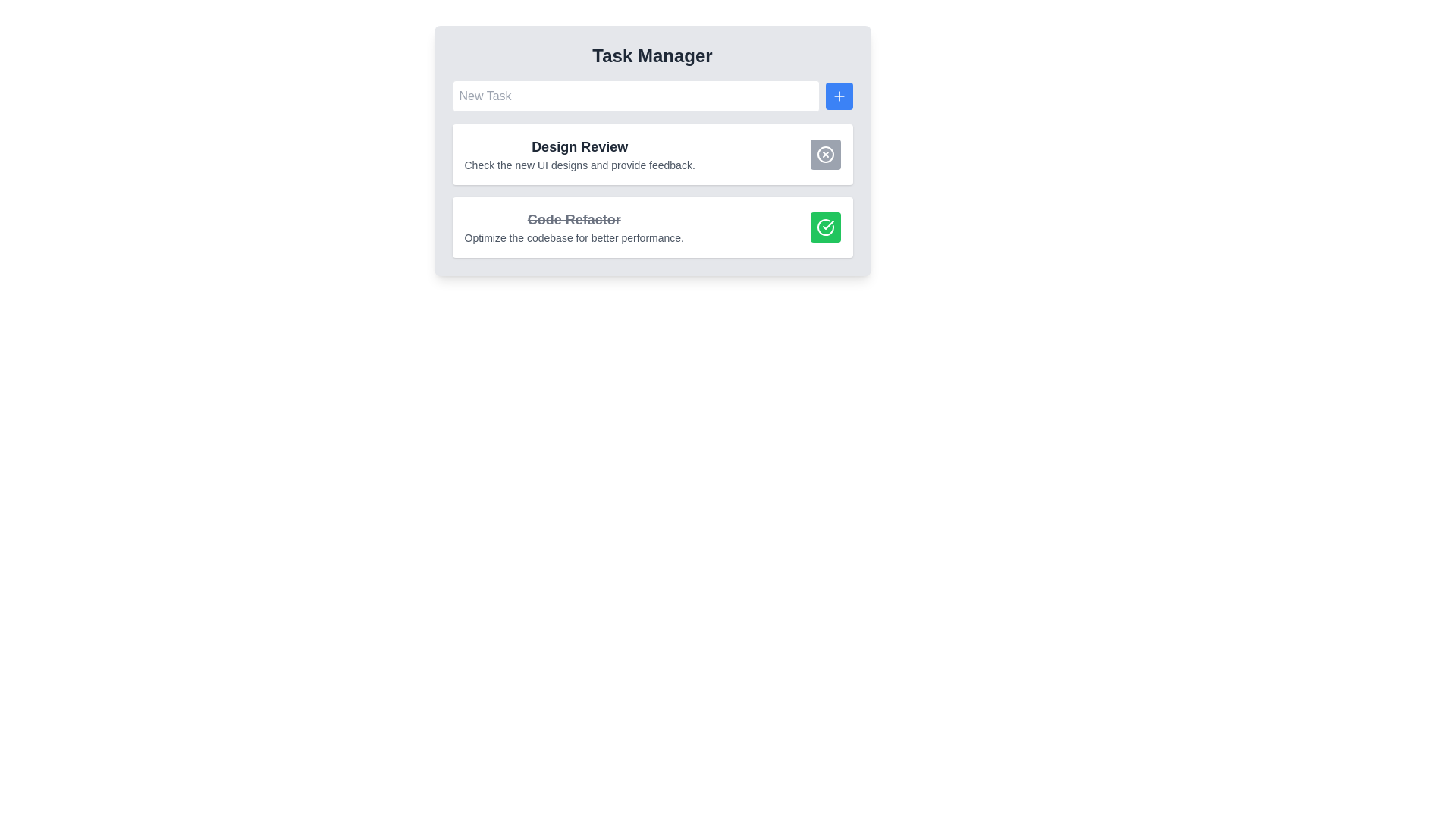 The height and width of the screenshot is (819, 1456). What do you see at coordinates (652, 55) in the screenshot?
I see `the 'Task Manager' text label, which is prominently displayed at the top of the interface with a larger bold font on a gray background` at bounding box center [652, 55].